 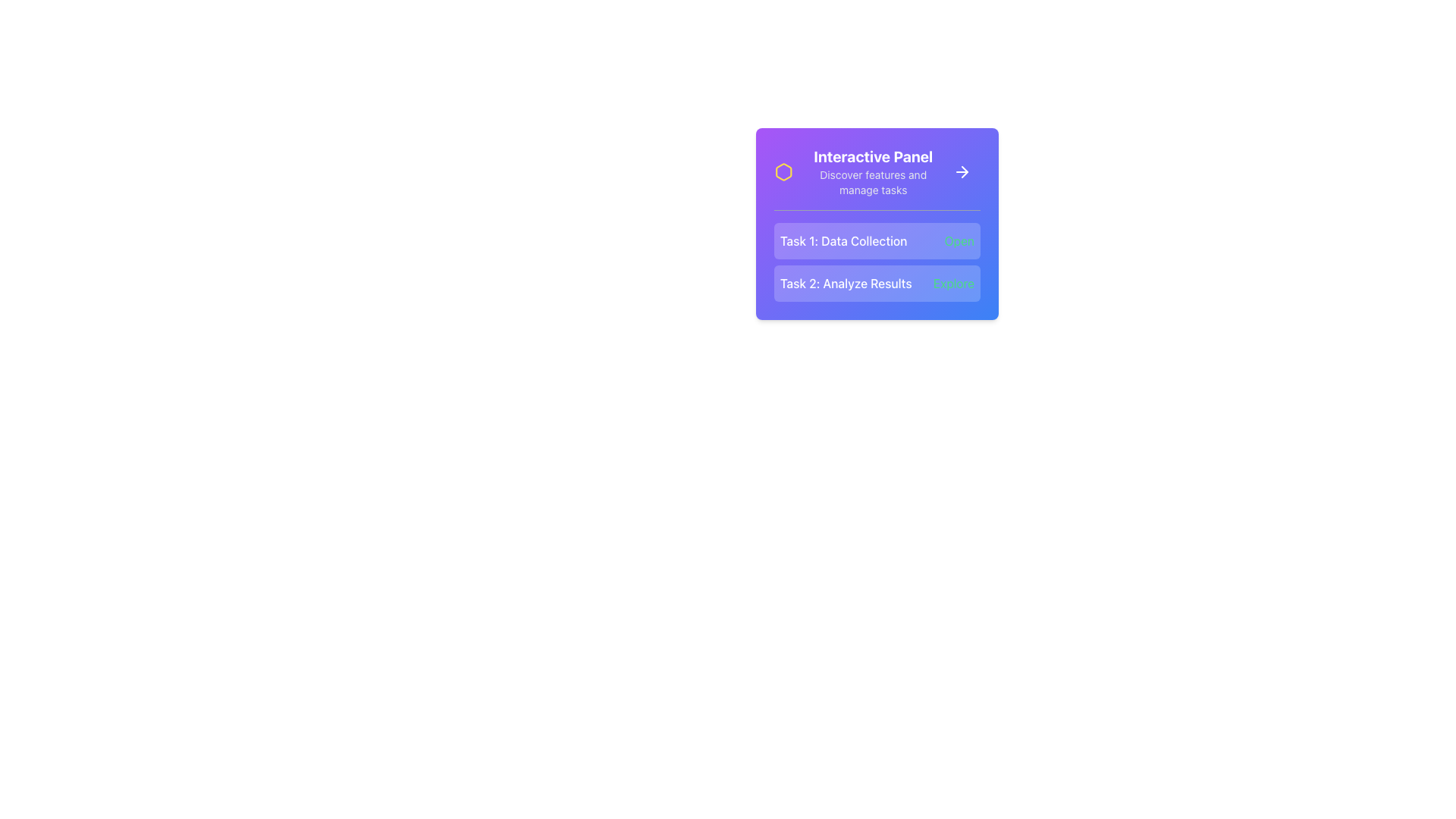 I want to click on the Separator line that visually divides the header section from the task list, located directly under the 'Discover features and manage tasks' section, so click(x=877, y=210).